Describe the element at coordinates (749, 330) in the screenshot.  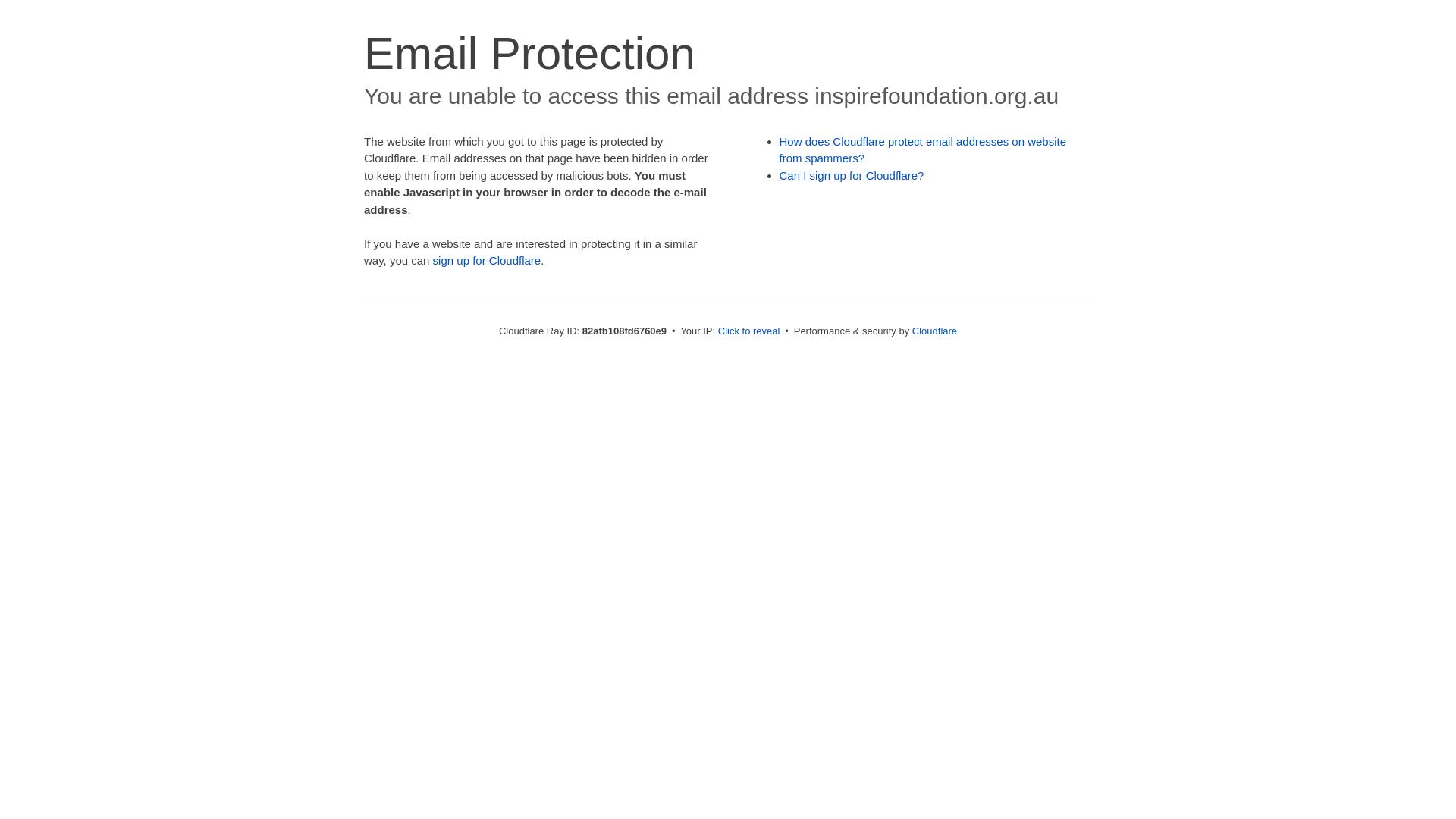
I see `'Click to reveal'` at that location.